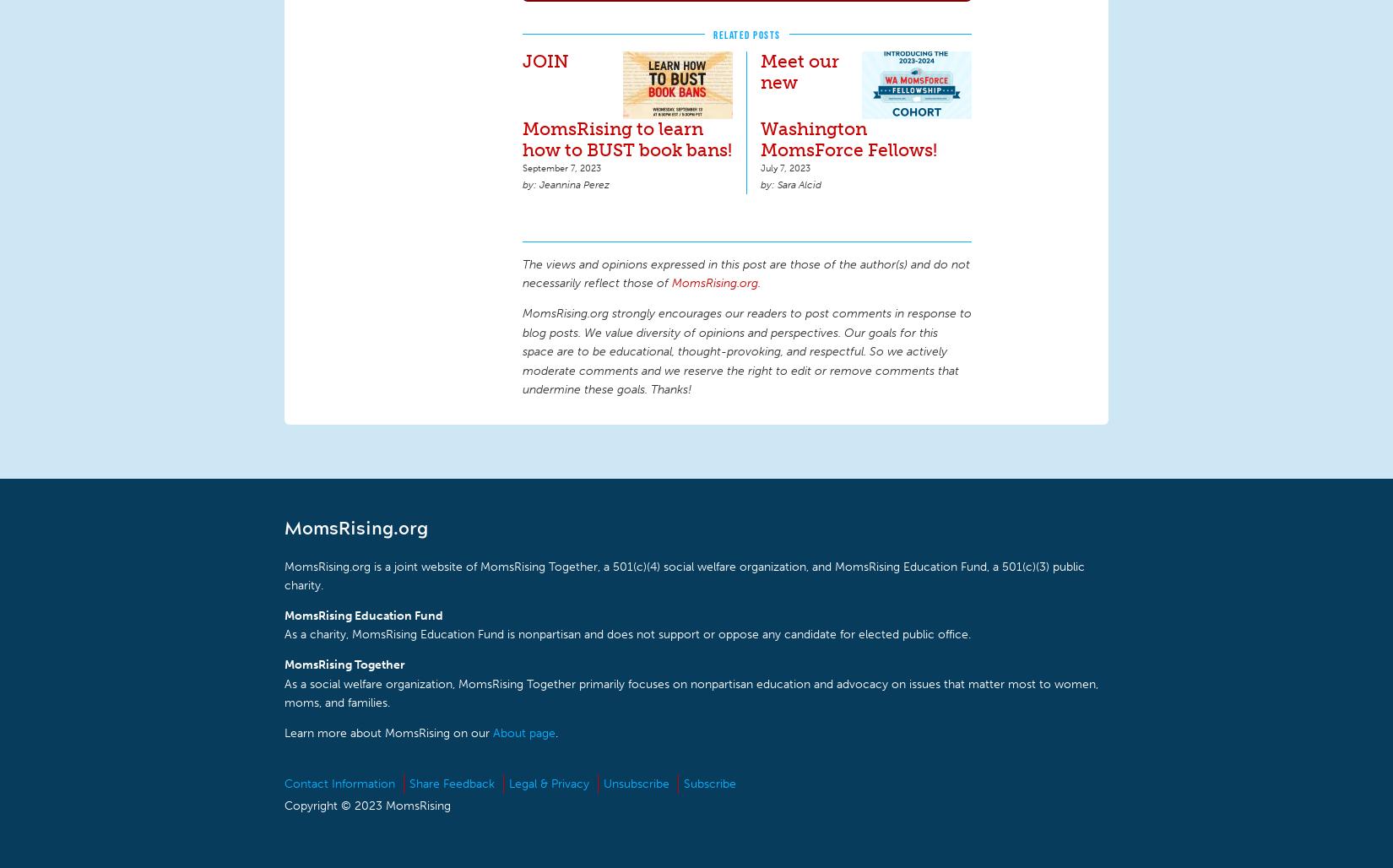 Image resolution: width=1393 pixels, height=868 pixels. I want to click on 'MomsRising.org strongly encourages our readers to post comments in response to blog posts. We value diversity of opinions and perspectives. Our goals for this space are to be educational, thought-provoking, and respectful. So we actively moderate comments and we reserve the right to edit or remove comments that undermine these goals. Thanks!', so click(747, 351).